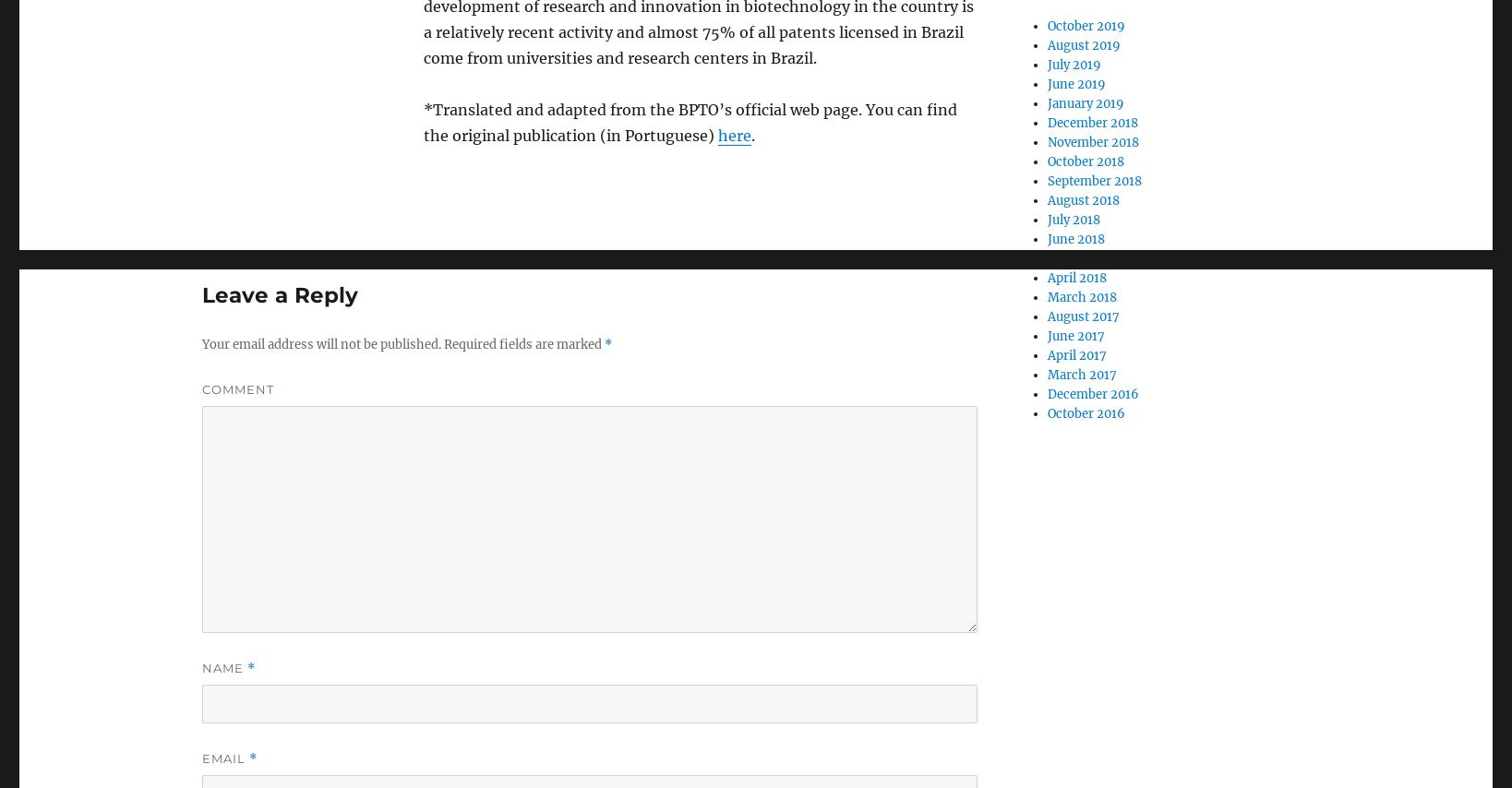  I want to click on 'January 2019', so click(1085, 103).